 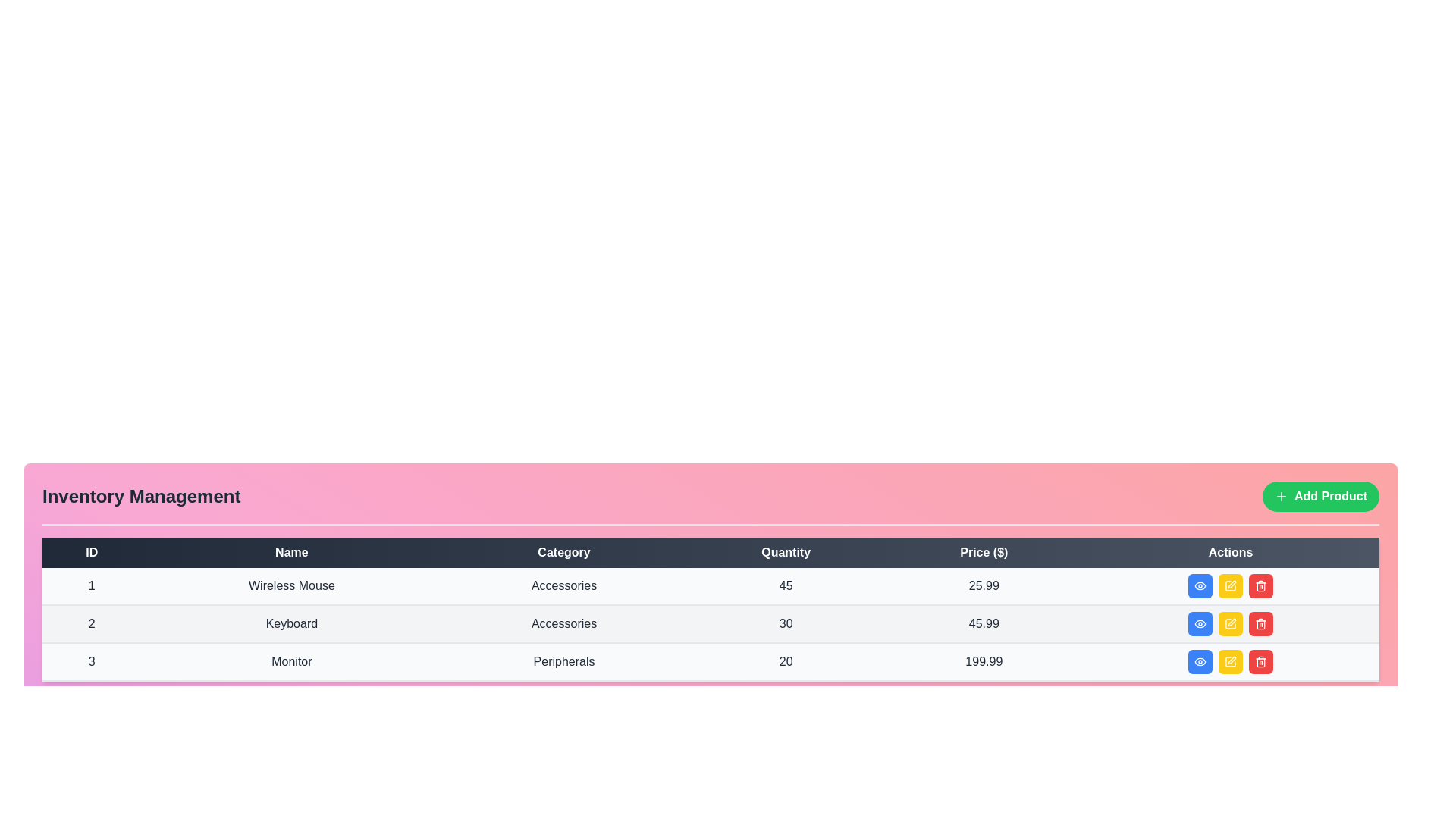 I want to click on the red button with a trash can icon located to the right of the yellow edit button, so click(x=1261, y=623).